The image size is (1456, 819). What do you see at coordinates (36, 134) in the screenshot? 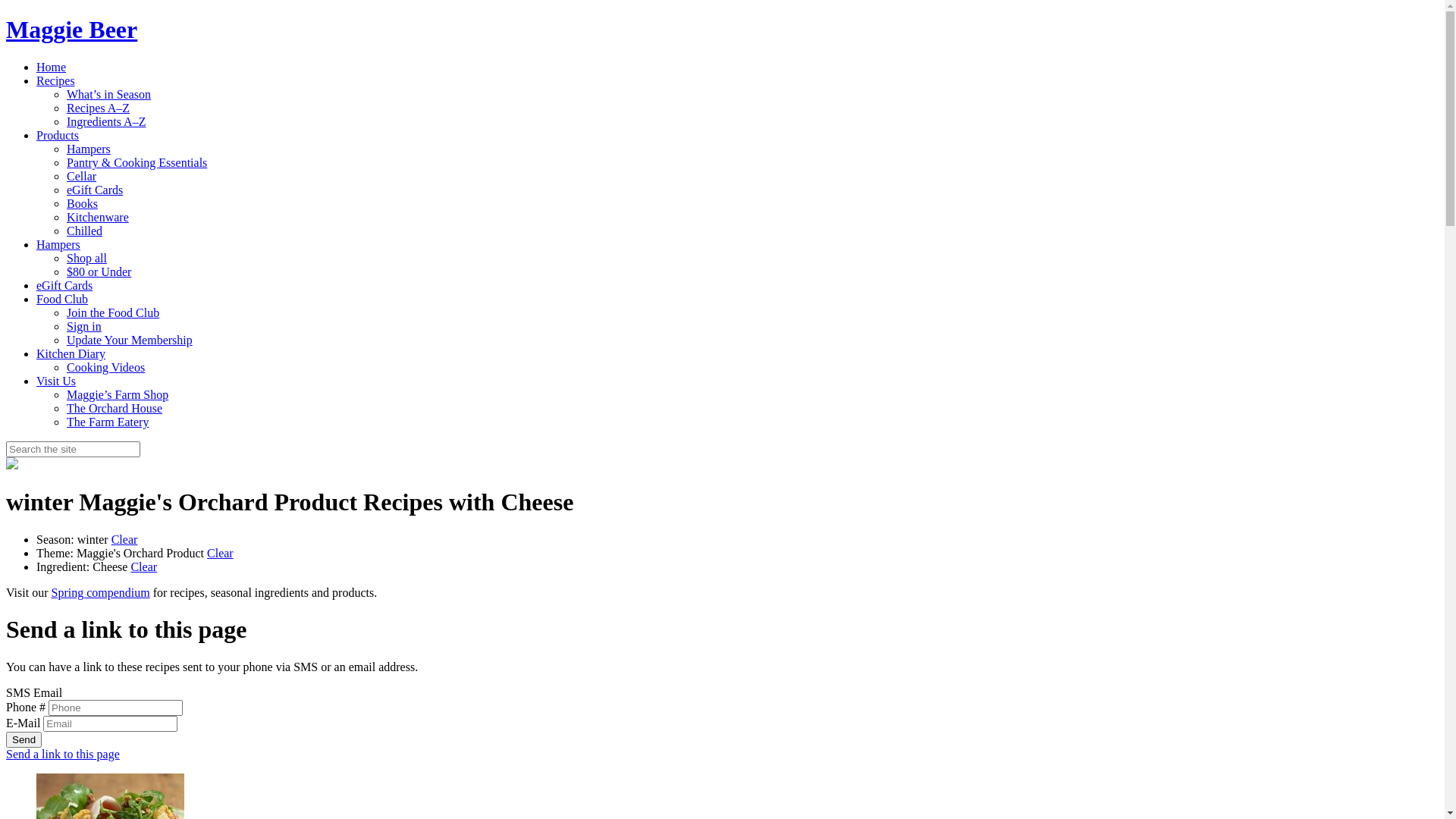
I see `'Products'` at bounding box center [36, 134].